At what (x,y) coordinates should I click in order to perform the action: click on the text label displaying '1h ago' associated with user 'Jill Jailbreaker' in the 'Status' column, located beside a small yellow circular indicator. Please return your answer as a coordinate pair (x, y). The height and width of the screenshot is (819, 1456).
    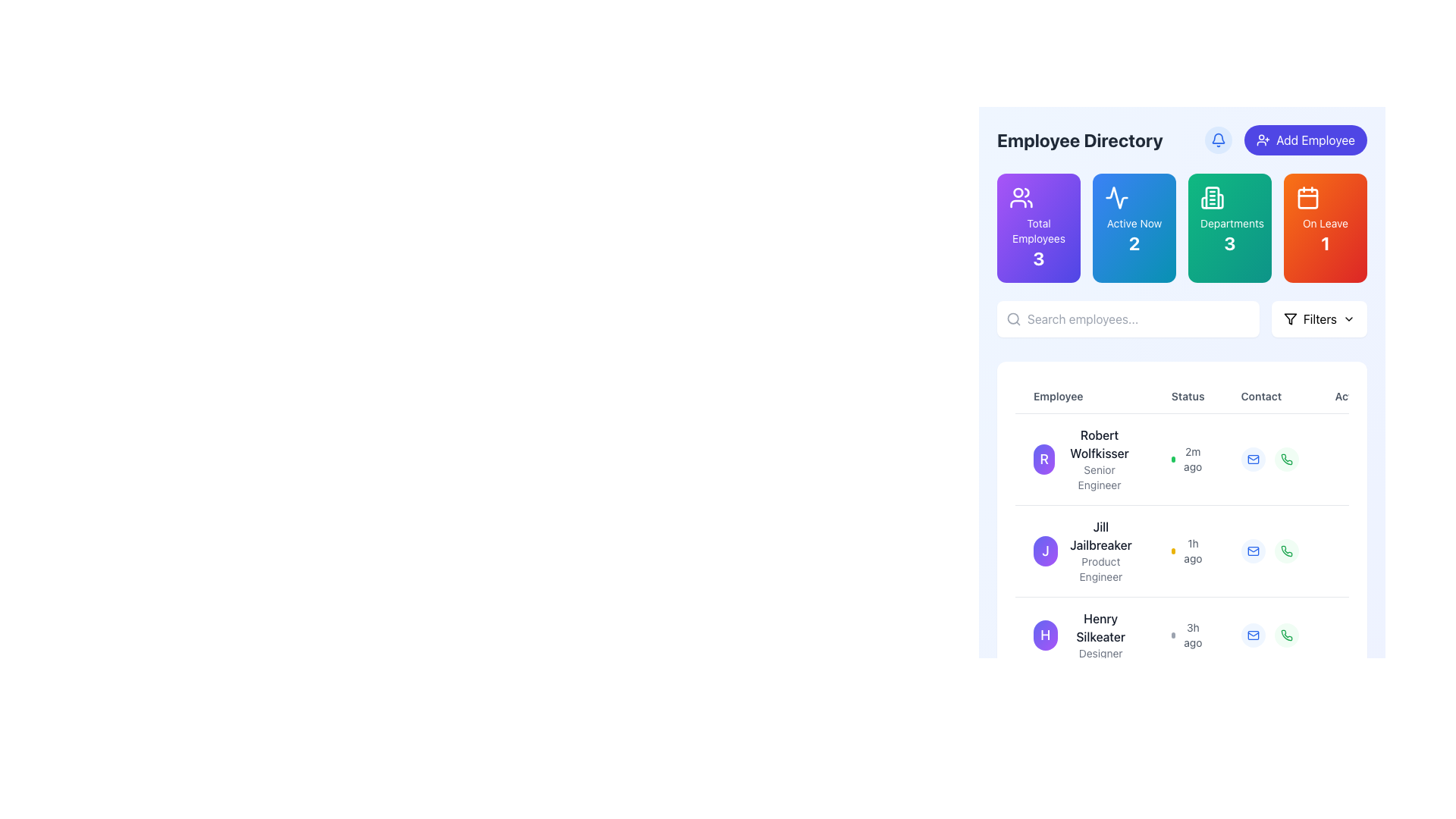
    Looking at the image, I should click on (1192, 551).